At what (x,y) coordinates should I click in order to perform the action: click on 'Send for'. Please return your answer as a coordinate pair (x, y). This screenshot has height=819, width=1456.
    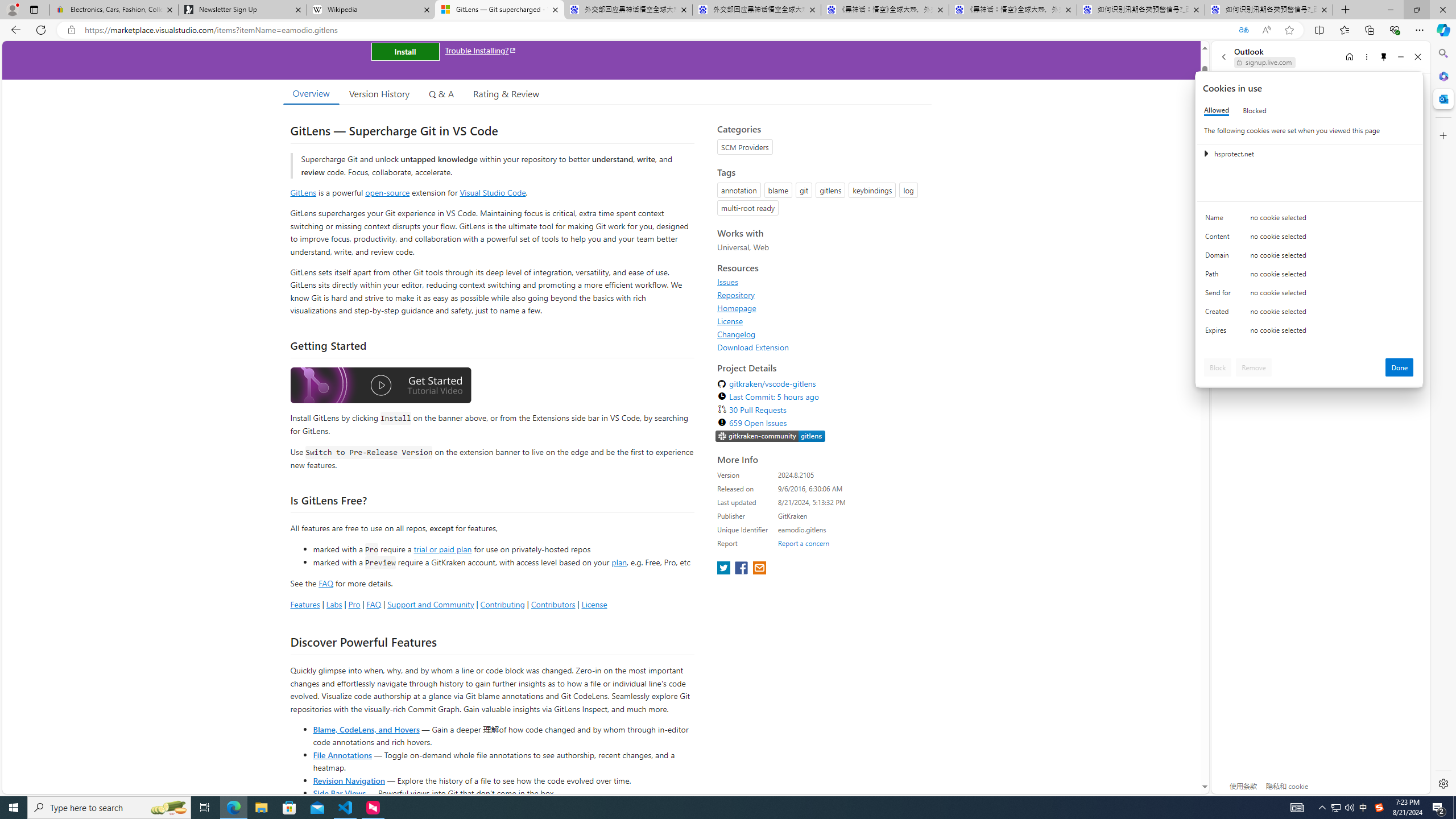
    Looking at the image, I should click on (1219, 295).